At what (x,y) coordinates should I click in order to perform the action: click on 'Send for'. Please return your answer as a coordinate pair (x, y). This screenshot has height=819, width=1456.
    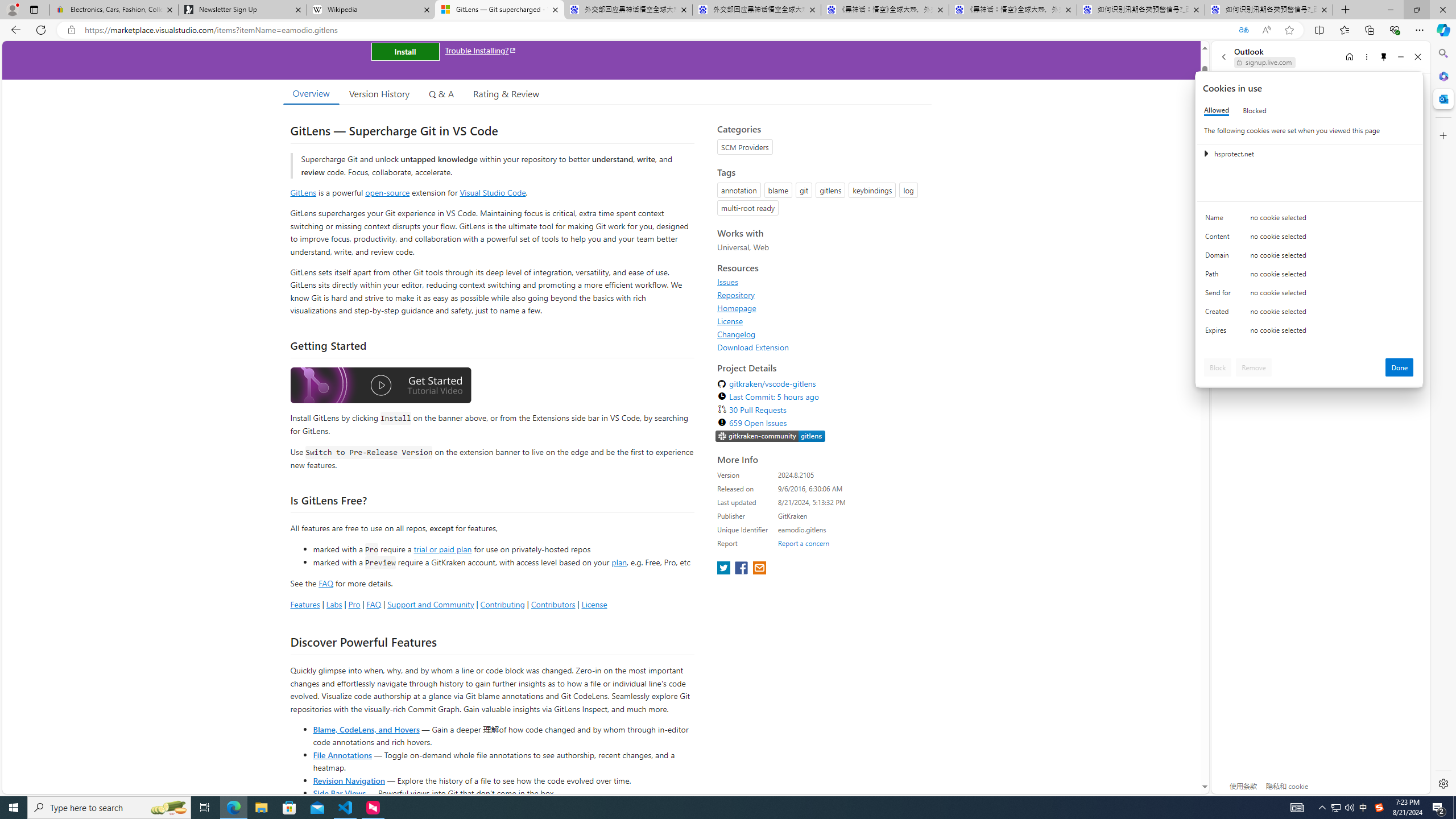
    Looking at the image, I should click on (1219, 295).